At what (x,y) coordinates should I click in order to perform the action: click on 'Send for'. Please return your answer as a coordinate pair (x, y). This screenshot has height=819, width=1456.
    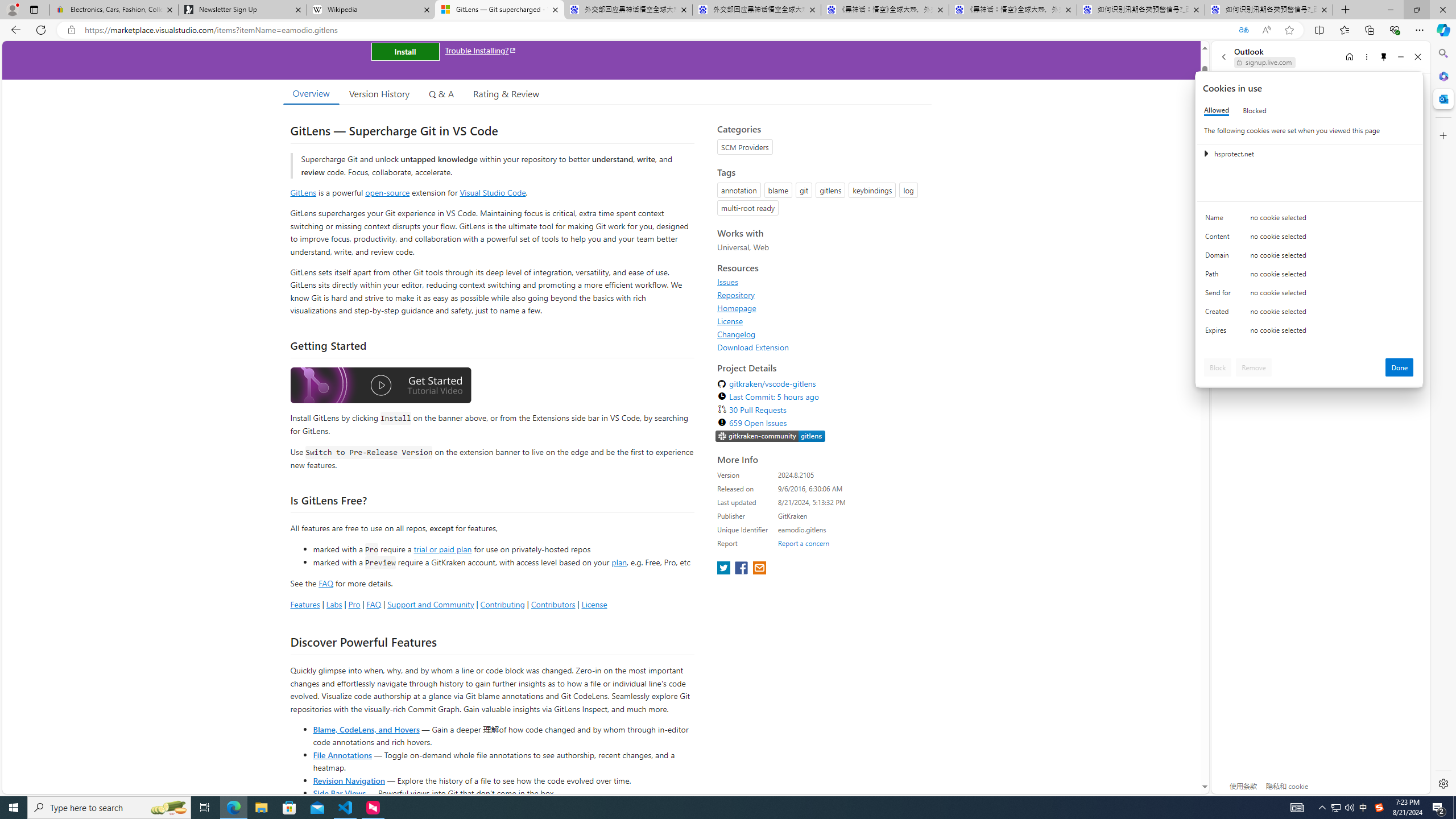
    Looking at the image, I should click on (1219, 295).